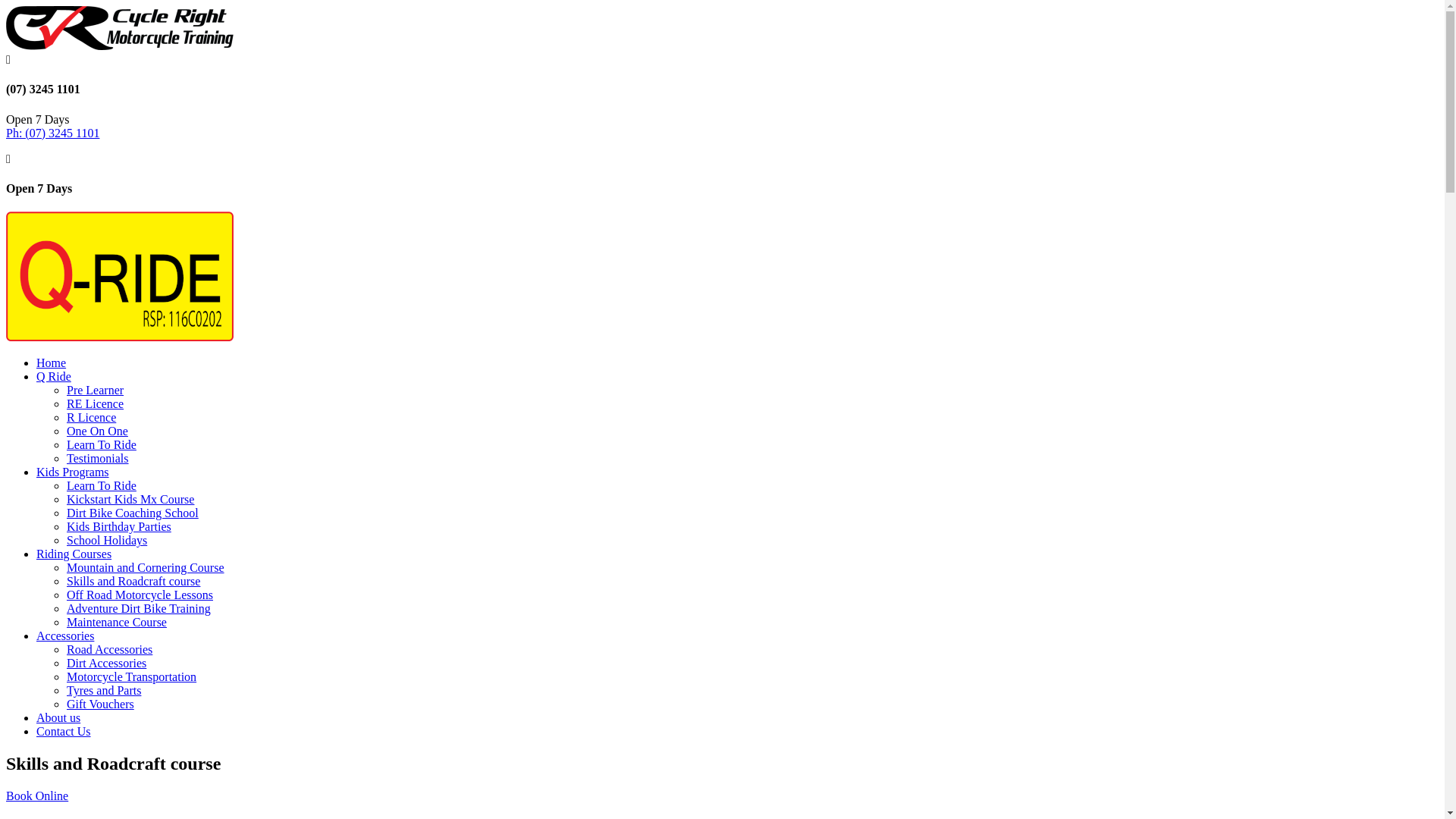  I want to click on 'Mountain and Cornering Course', so click(146, 567).